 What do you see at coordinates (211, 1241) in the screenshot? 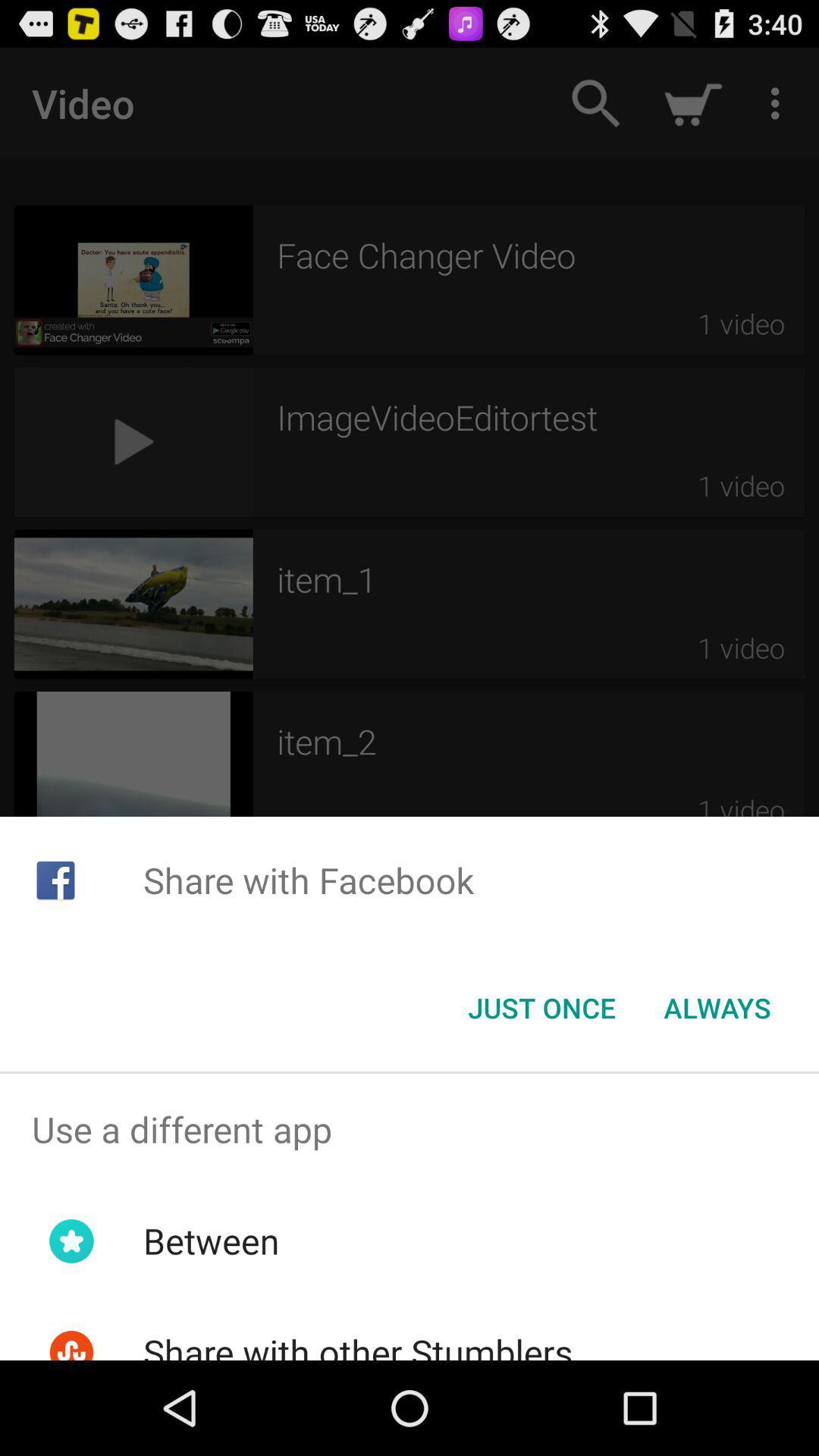
I see `between app` at bounding box center [211, 1241].